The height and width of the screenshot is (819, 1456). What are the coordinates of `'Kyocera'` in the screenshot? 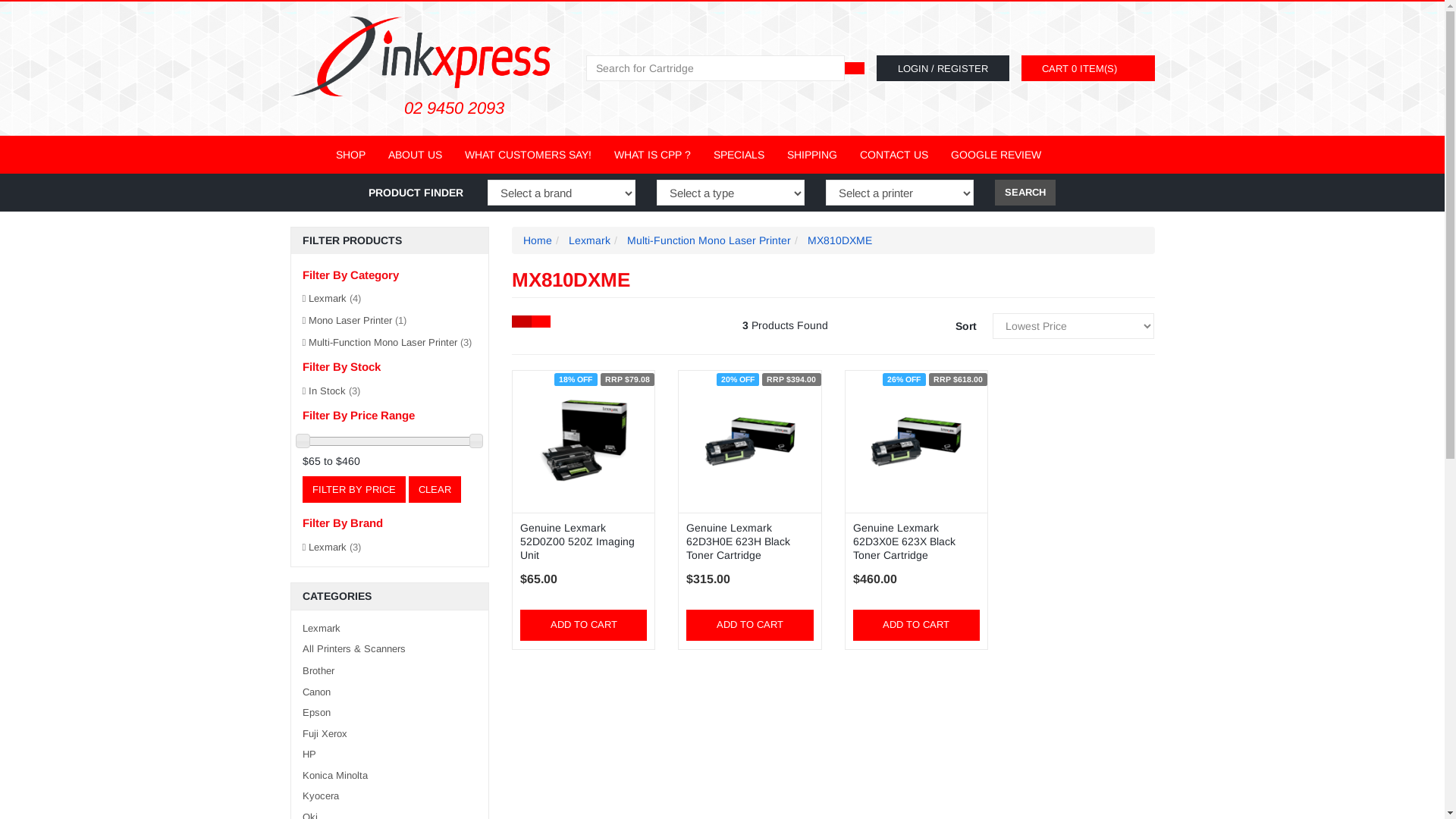 It's located at (291, 795).